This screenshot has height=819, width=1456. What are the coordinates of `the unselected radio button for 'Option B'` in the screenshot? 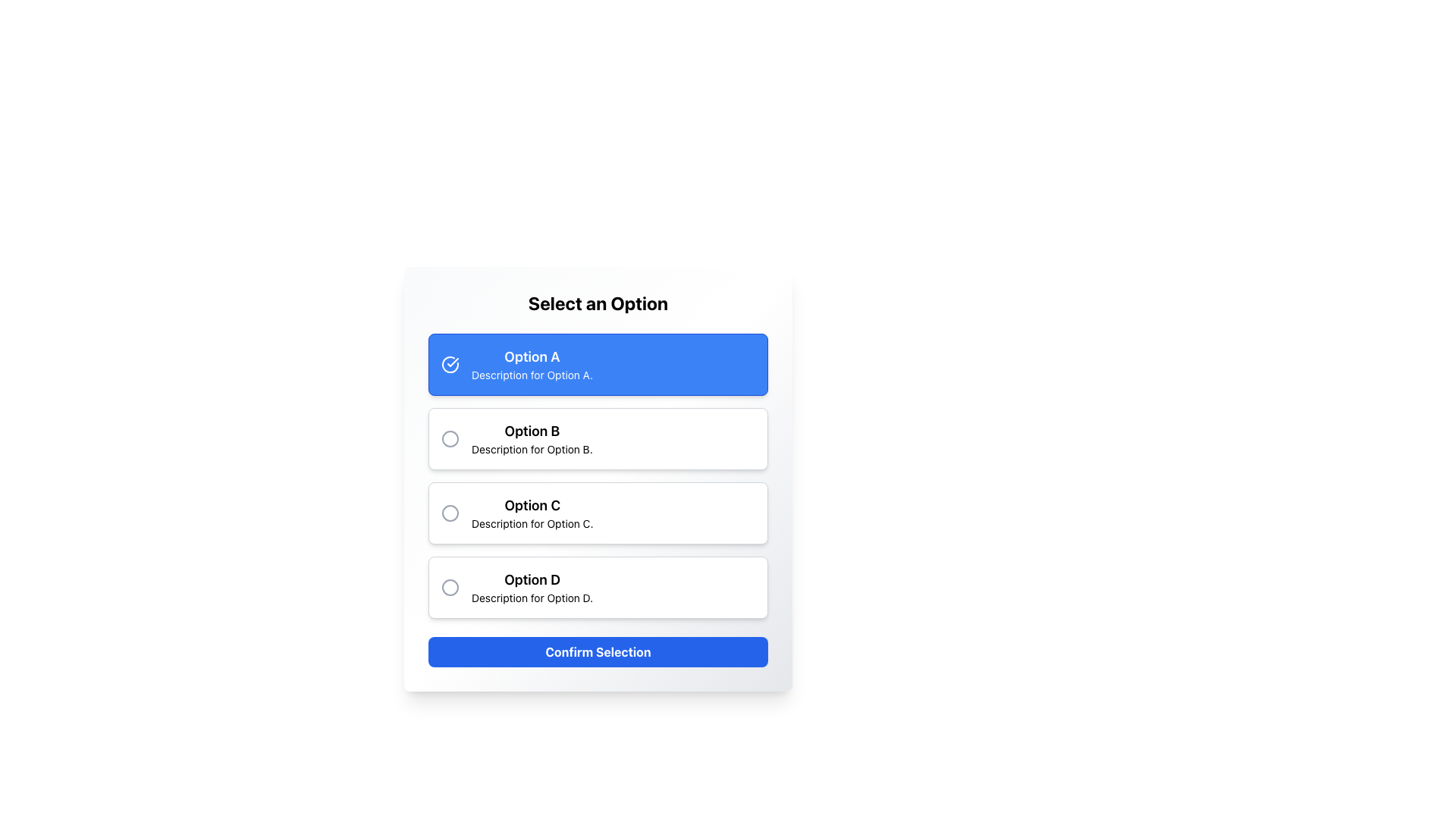 It's located at (450, 438).